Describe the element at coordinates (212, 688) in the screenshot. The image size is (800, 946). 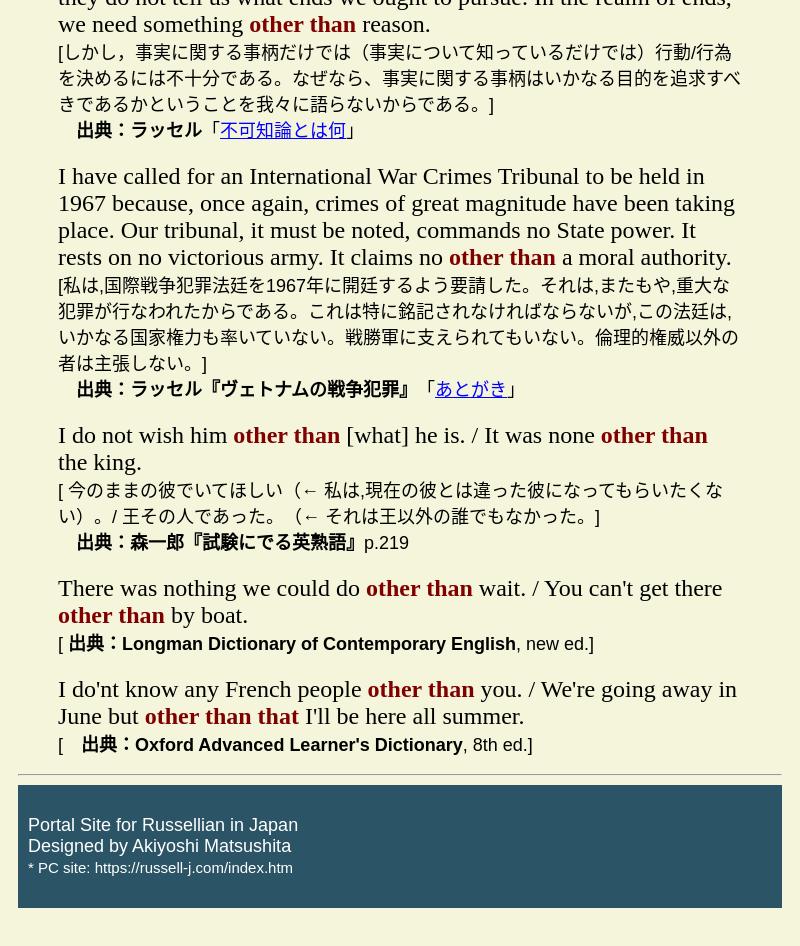
I see `'I do'nt know any French people'` at that location.